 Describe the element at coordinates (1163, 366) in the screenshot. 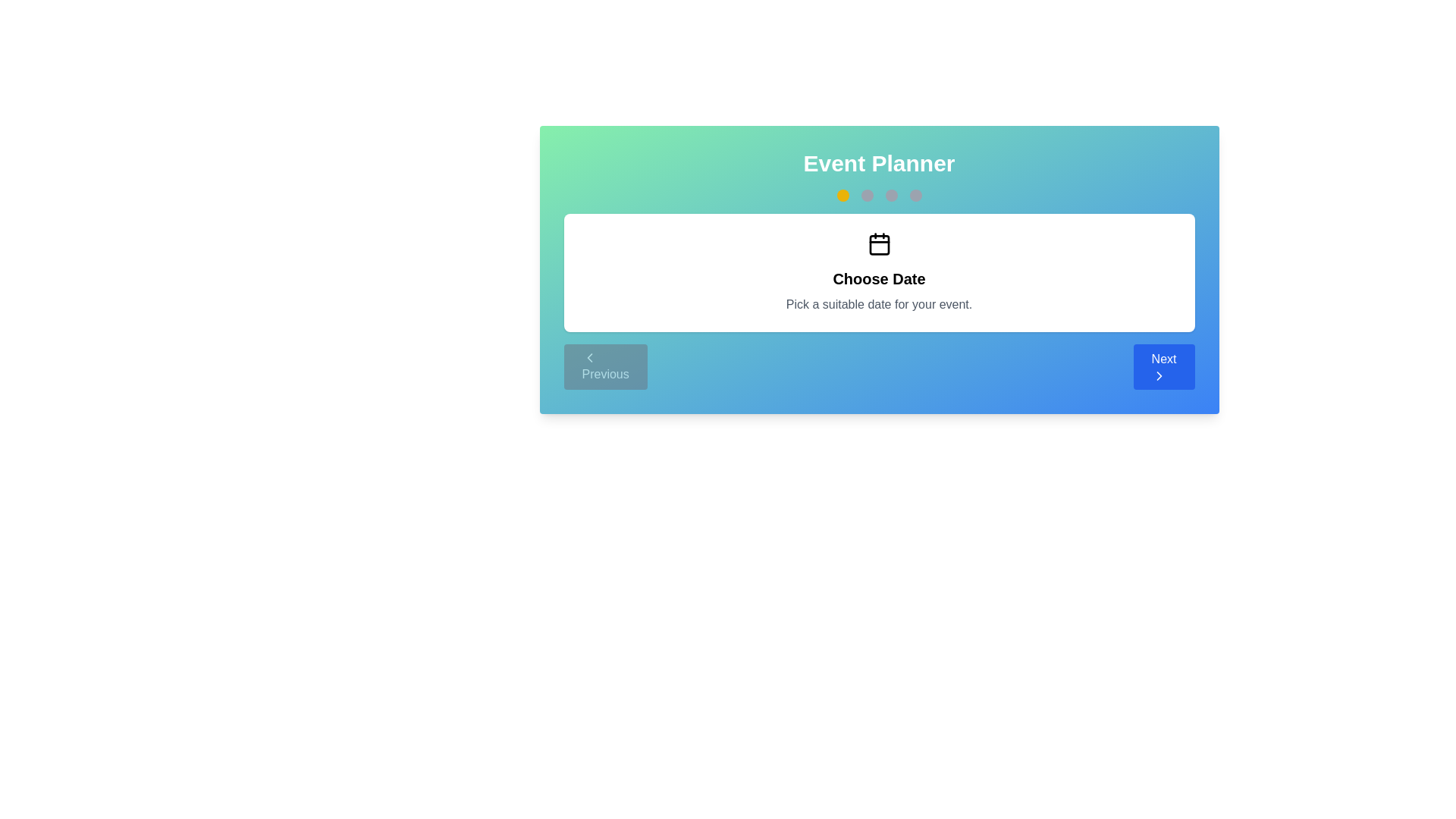

I see `the 'Next' button to proceed to the next step` at that location.